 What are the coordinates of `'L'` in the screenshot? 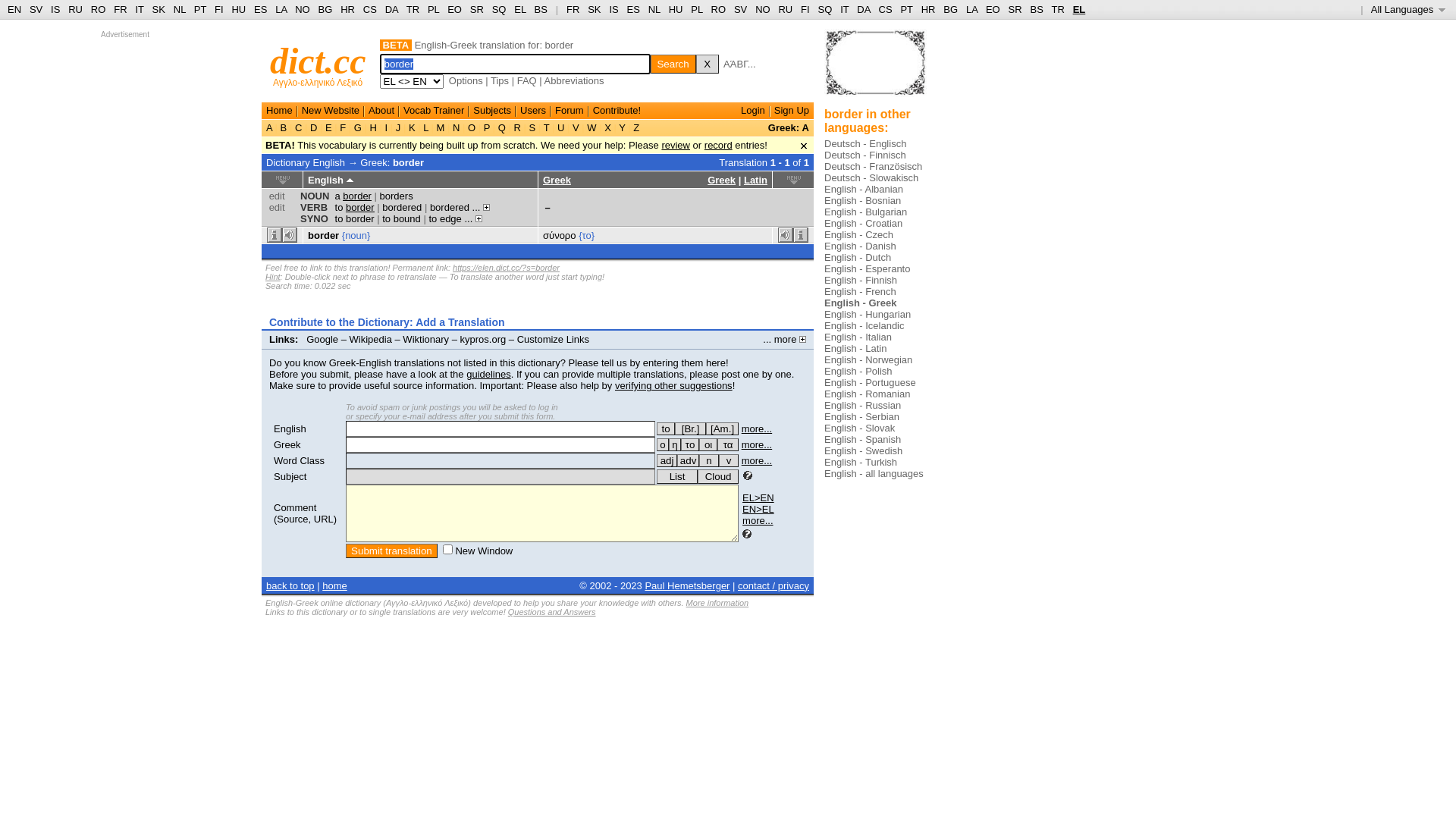 It's located at (425, 127).